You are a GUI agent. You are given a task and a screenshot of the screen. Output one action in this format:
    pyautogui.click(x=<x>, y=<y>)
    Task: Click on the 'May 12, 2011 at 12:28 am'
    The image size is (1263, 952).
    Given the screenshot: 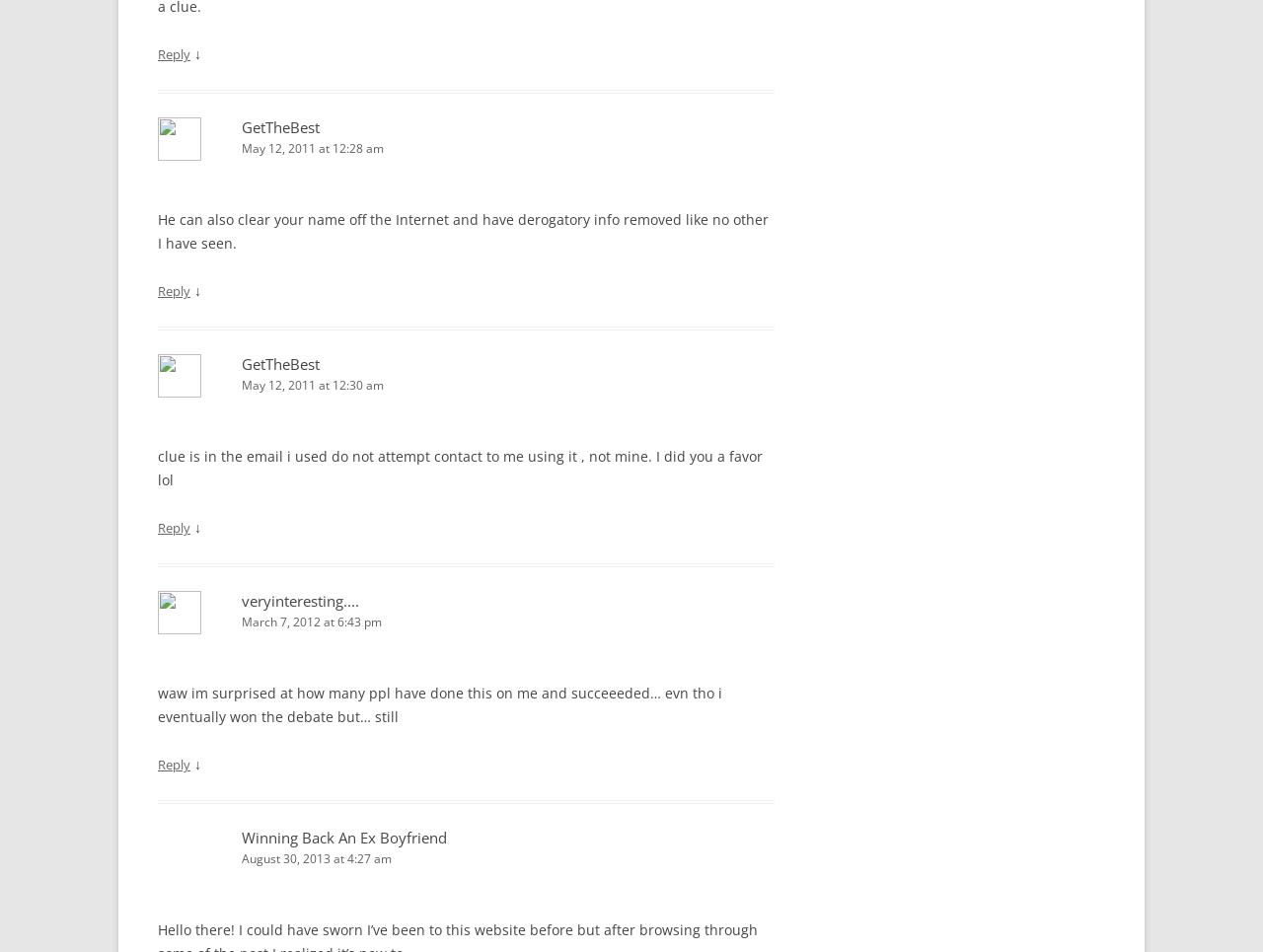 What is the action you would take?
    pyautogui.click(x=312, y=146)
    